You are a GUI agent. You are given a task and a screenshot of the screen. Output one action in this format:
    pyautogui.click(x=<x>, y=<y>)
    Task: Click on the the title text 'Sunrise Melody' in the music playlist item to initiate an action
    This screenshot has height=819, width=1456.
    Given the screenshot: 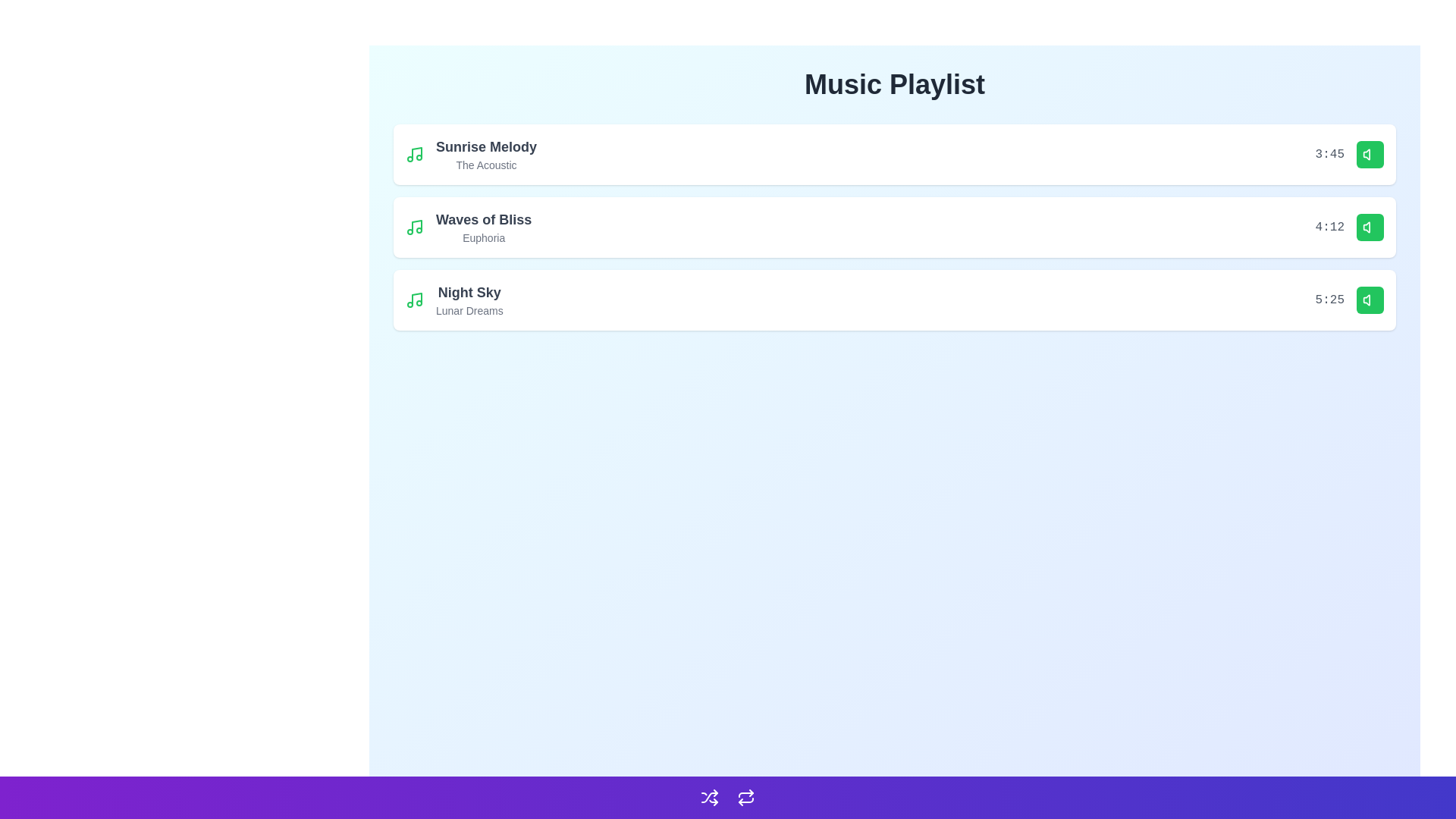 What is the action you would take?
    pyautogui.click(x=470, y=155)
    